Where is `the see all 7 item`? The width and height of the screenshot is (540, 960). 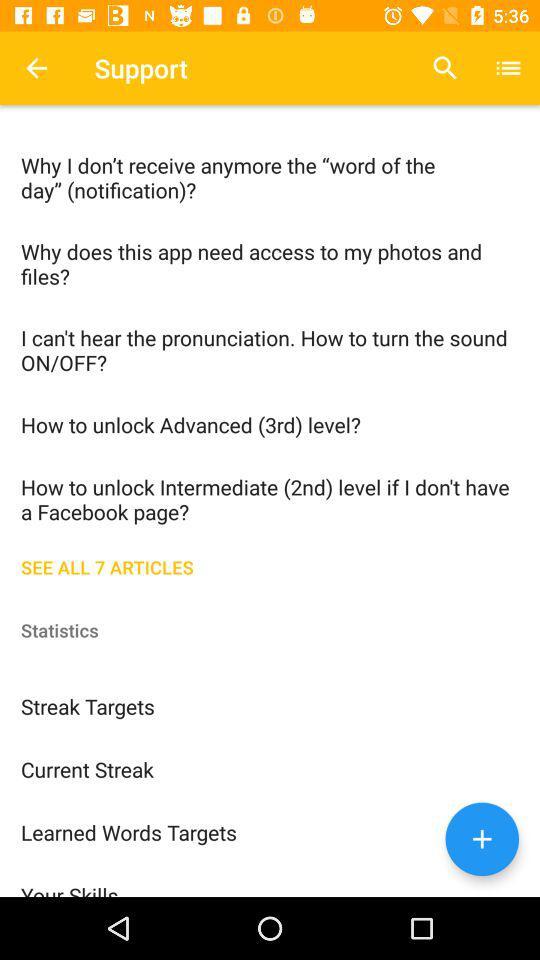
the see all 7 item is located at coordinates (270, 565).